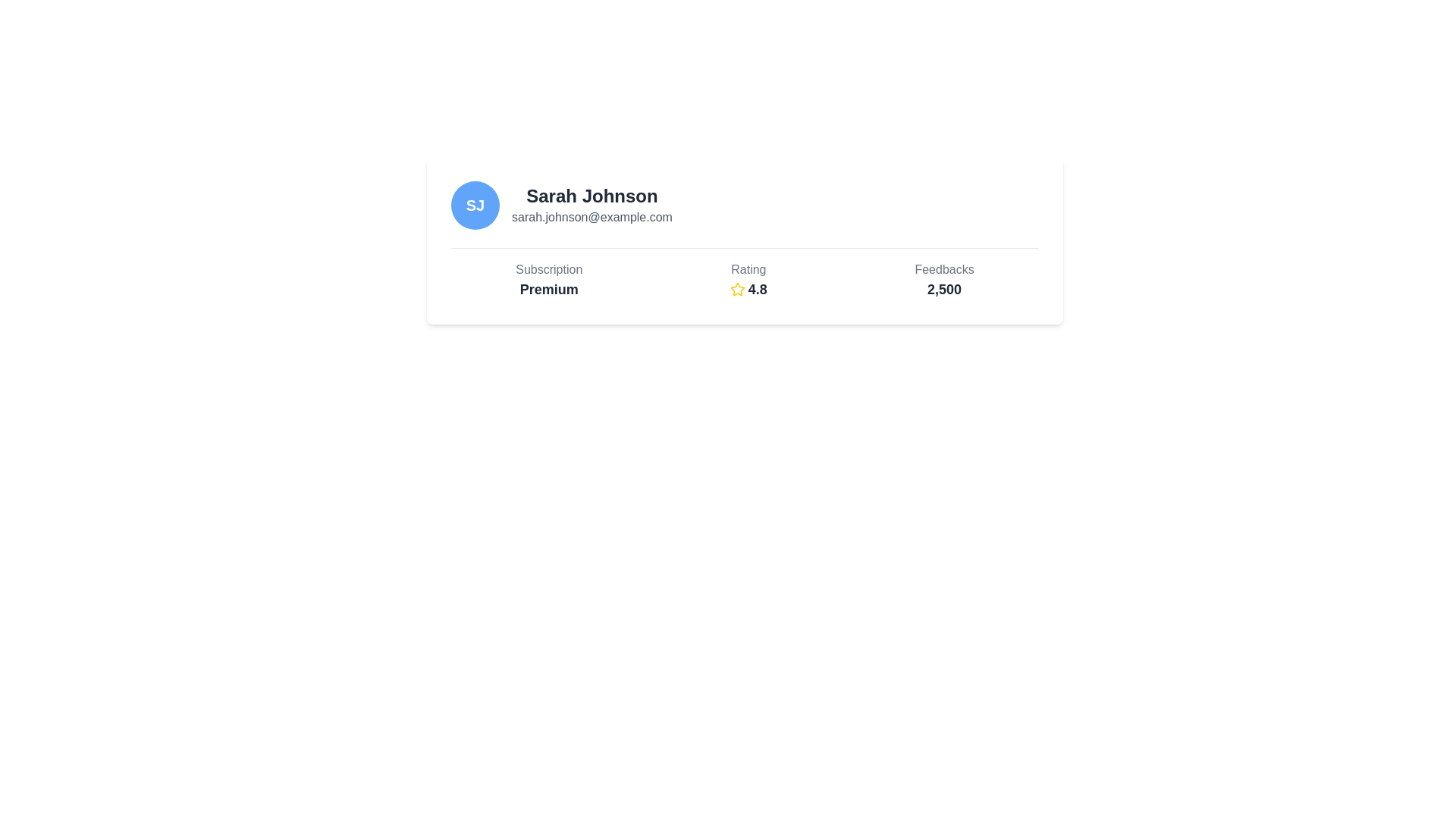 Image resolution: width=1456 pixels, height=819 pixels. What do you see at coordinates (758, 289) in the screenshot?
I see `the text label displaying the numeric rating '4.8' in bold font, located to the right of a star icon in the 'Rating' section of the user information card` at bounding box center [758, 289].